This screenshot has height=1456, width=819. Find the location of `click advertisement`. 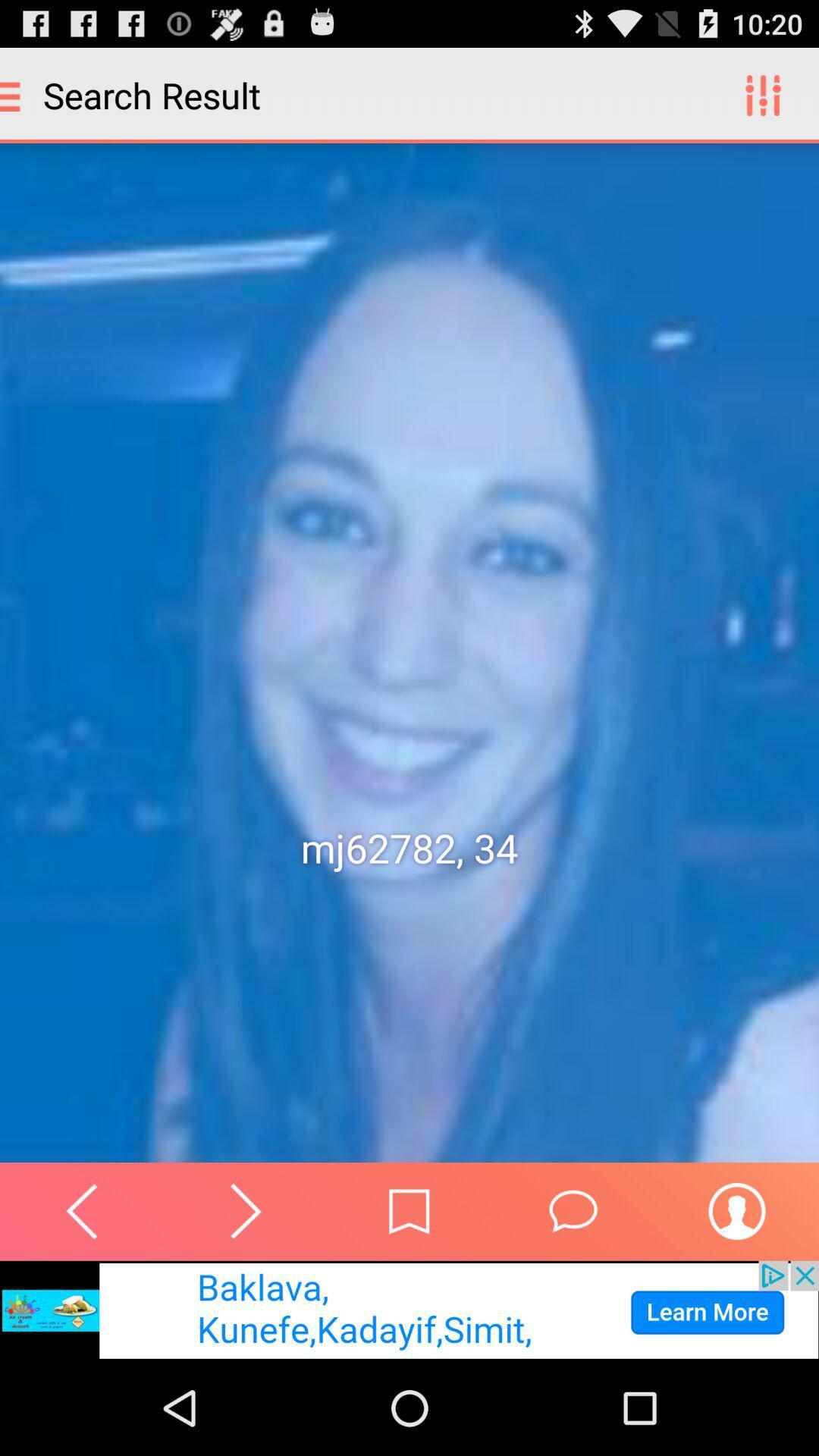

click advertisement is located at coordinates (409, 1310).